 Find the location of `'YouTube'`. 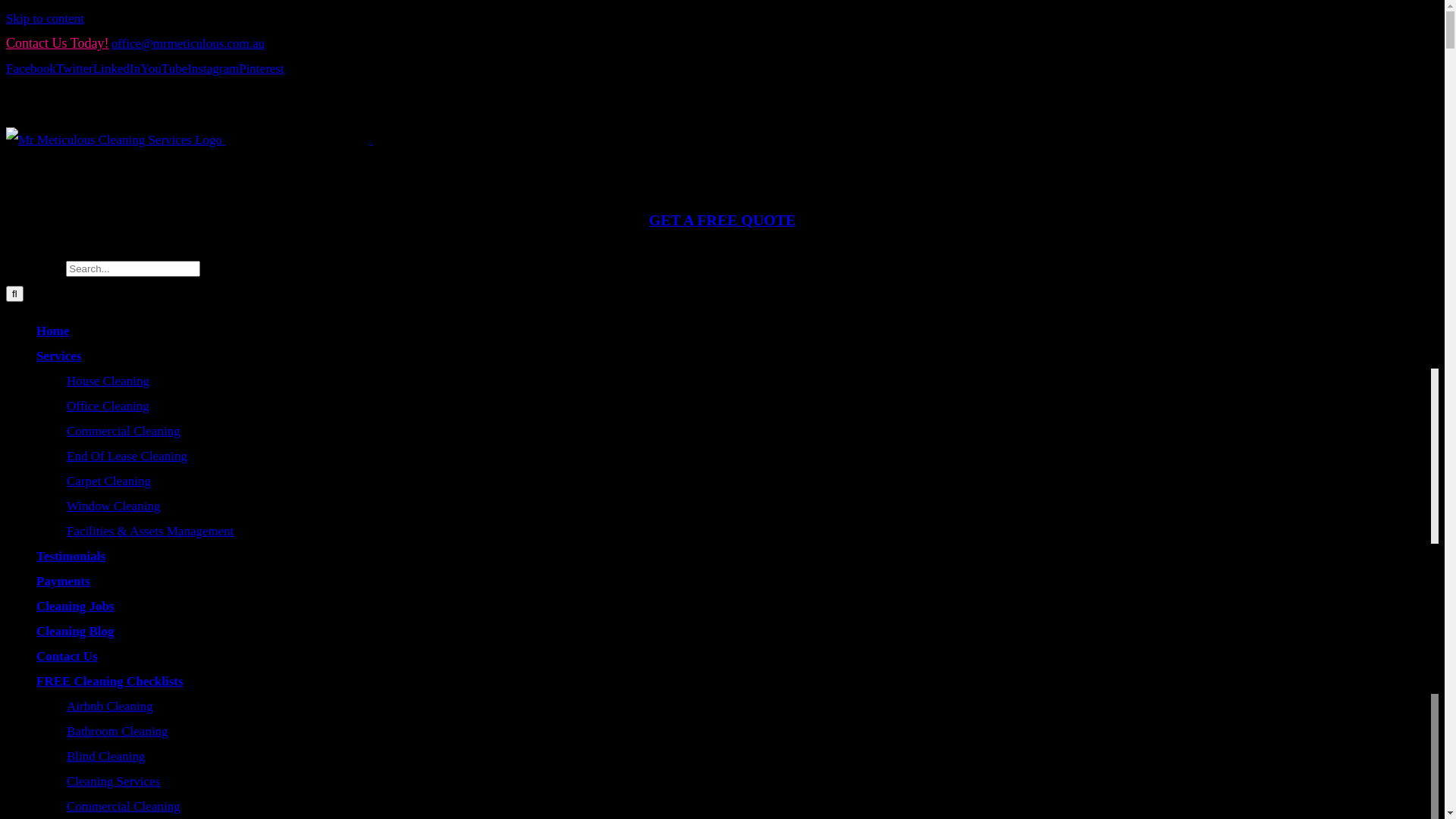

'YouTube' is located at coordinates (164, 68).